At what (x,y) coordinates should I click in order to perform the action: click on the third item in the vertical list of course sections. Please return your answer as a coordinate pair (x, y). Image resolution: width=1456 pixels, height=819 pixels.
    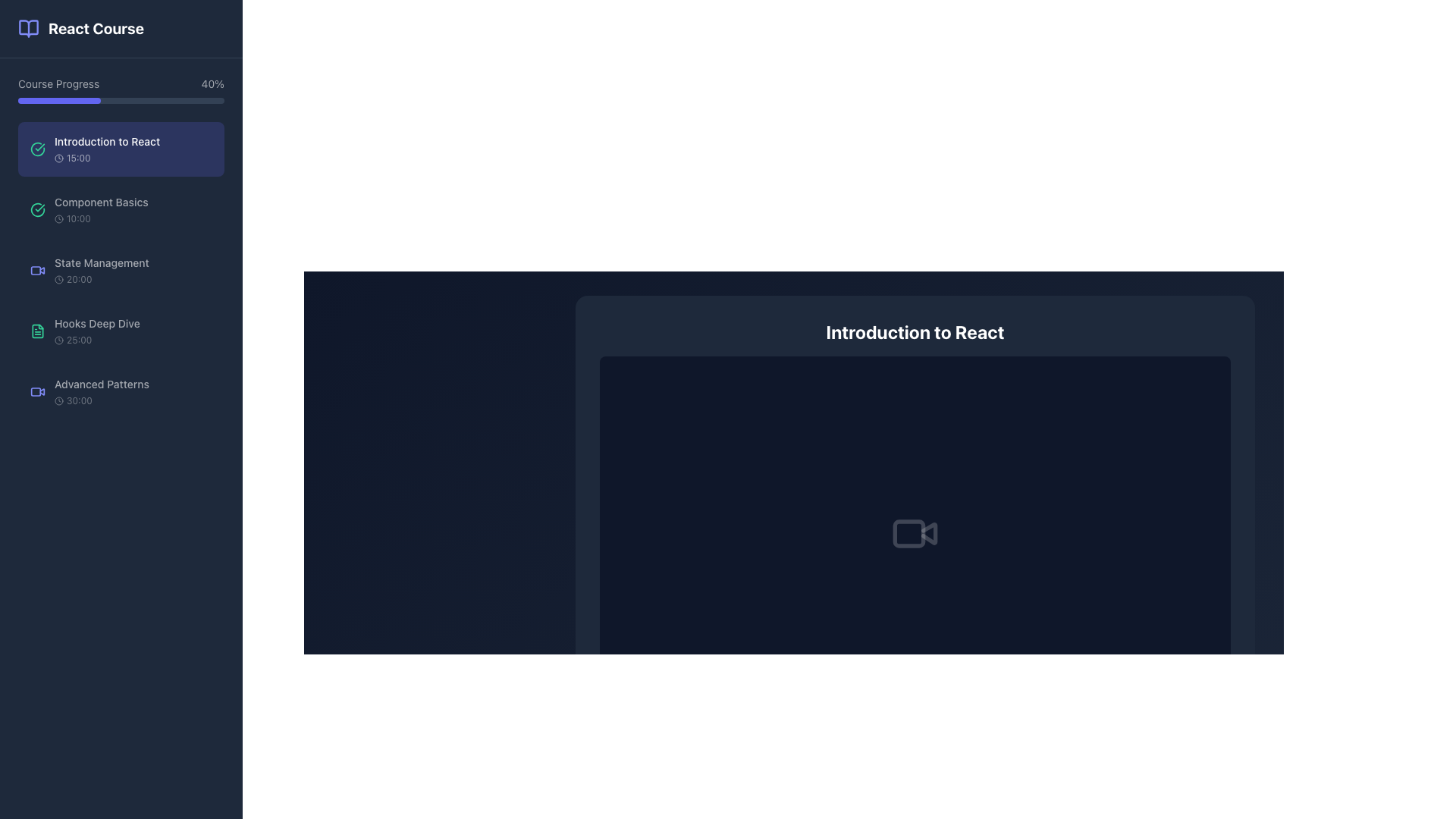
    Looking at the image, I should click on (120, 270).